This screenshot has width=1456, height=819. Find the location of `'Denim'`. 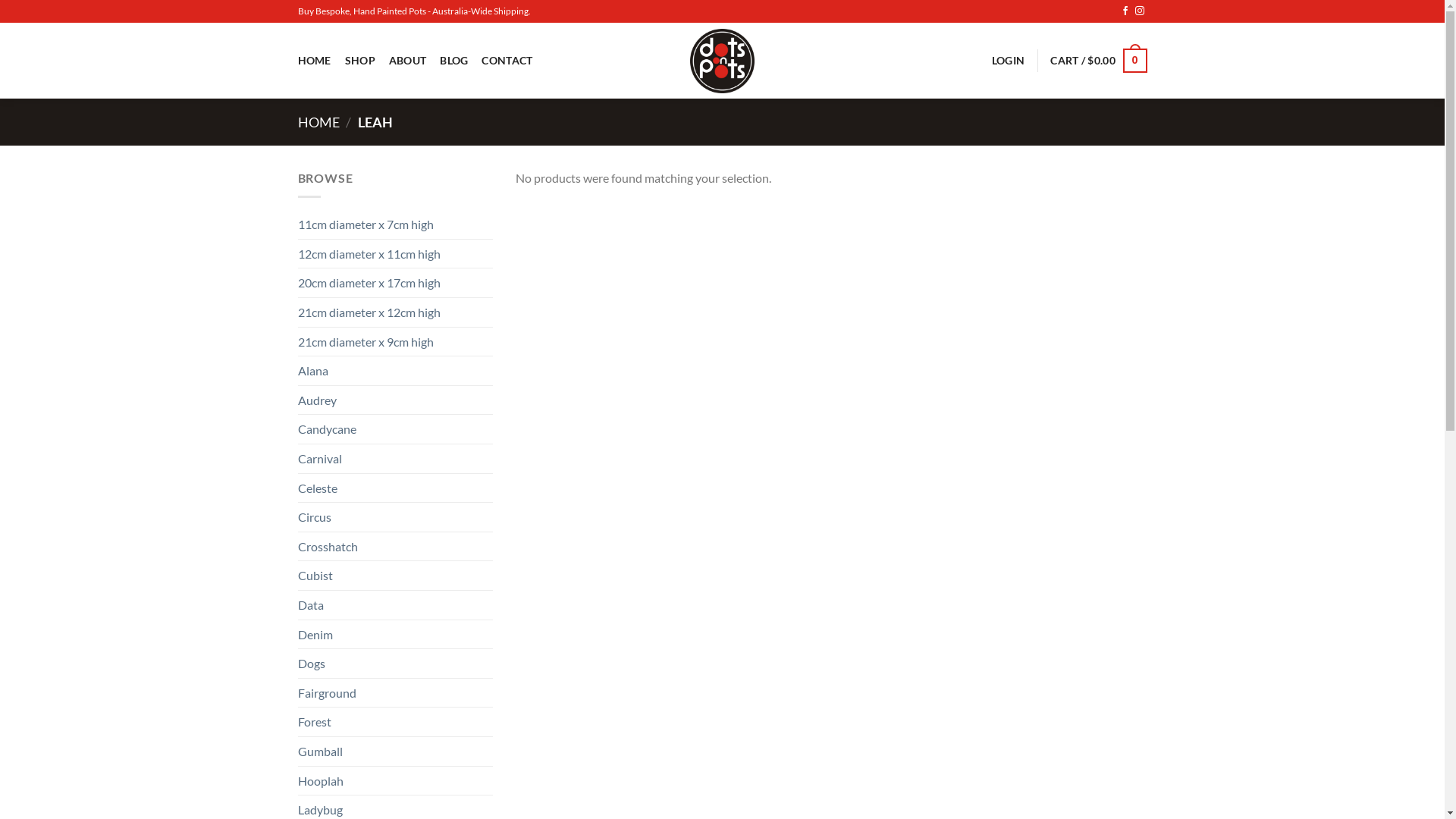

'Denim' is located at coordinates (395, 635).